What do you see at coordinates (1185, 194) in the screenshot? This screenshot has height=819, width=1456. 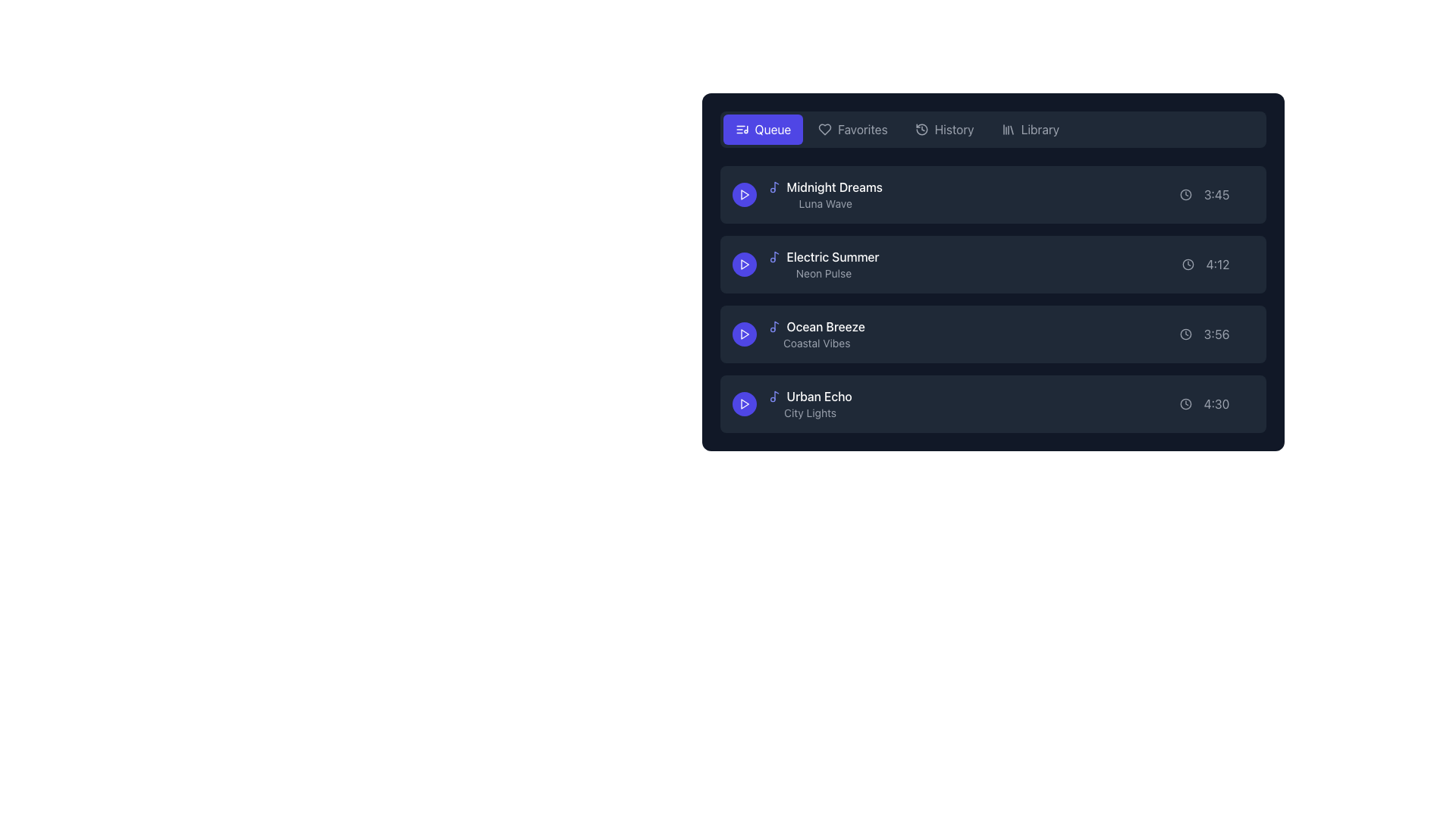 I see `the circular outline of the clock icon, which is part of the SVG group representing a clock, located near the top-right corner of the song entry` at bounding box center [1185, 194].